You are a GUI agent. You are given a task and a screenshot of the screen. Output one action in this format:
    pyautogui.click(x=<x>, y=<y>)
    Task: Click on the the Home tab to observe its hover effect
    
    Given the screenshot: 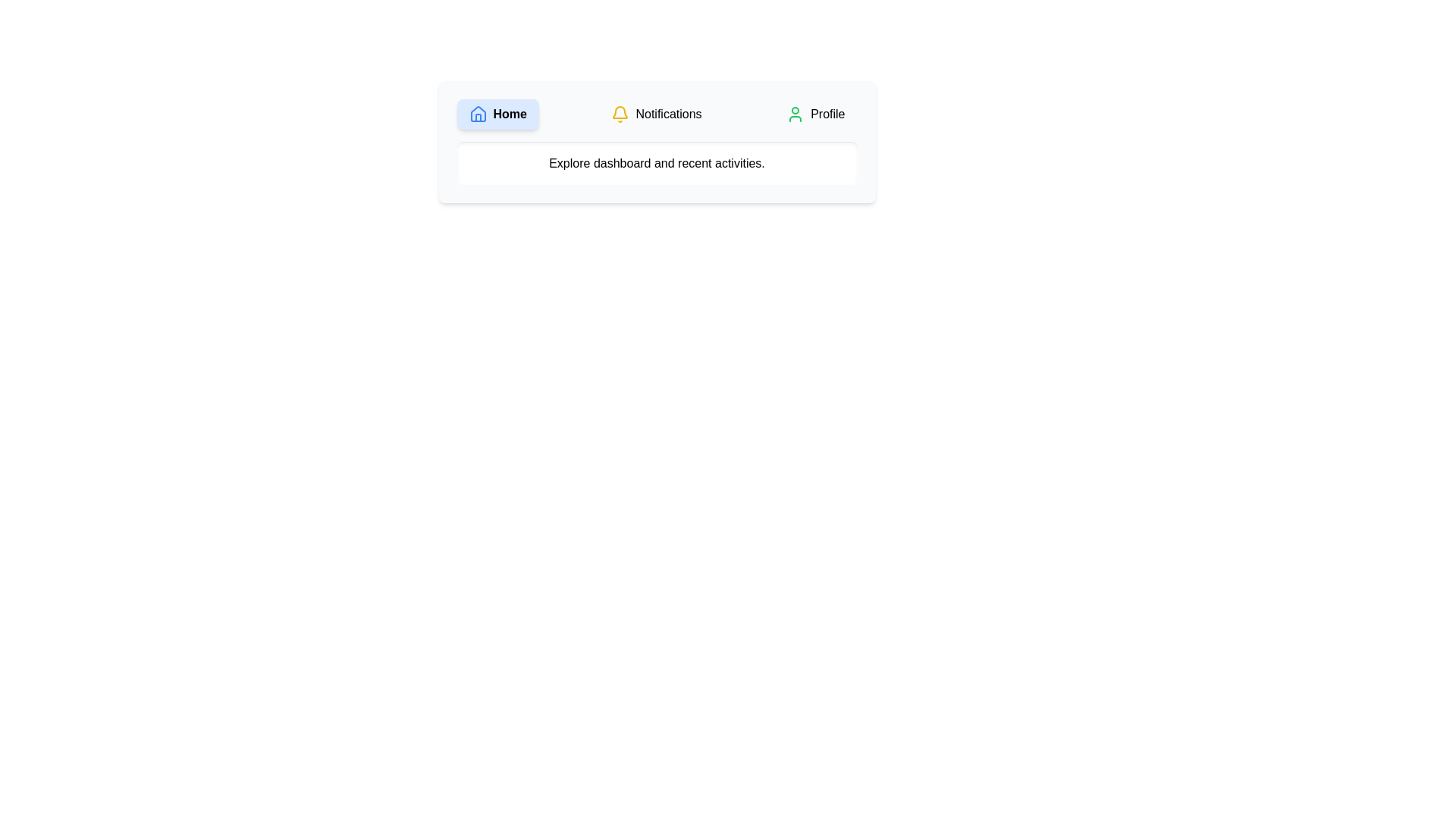 What is the action you would take?
    pyautogui.click(x=497, y=113)
    